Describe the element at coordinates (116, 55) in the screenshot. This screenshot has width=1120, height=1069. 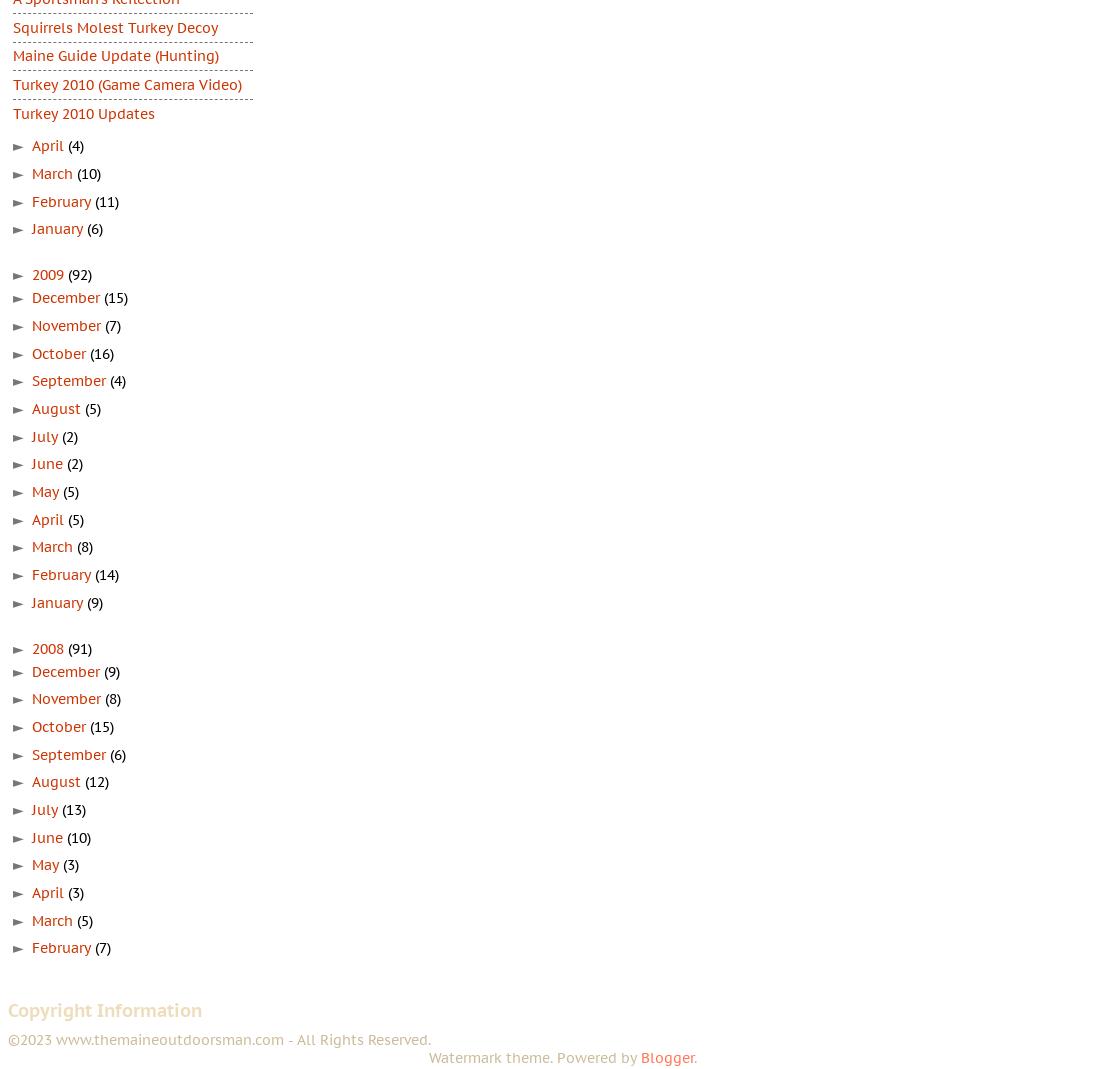
I see `'Maine Guide Update (Hunting)'` at that location.